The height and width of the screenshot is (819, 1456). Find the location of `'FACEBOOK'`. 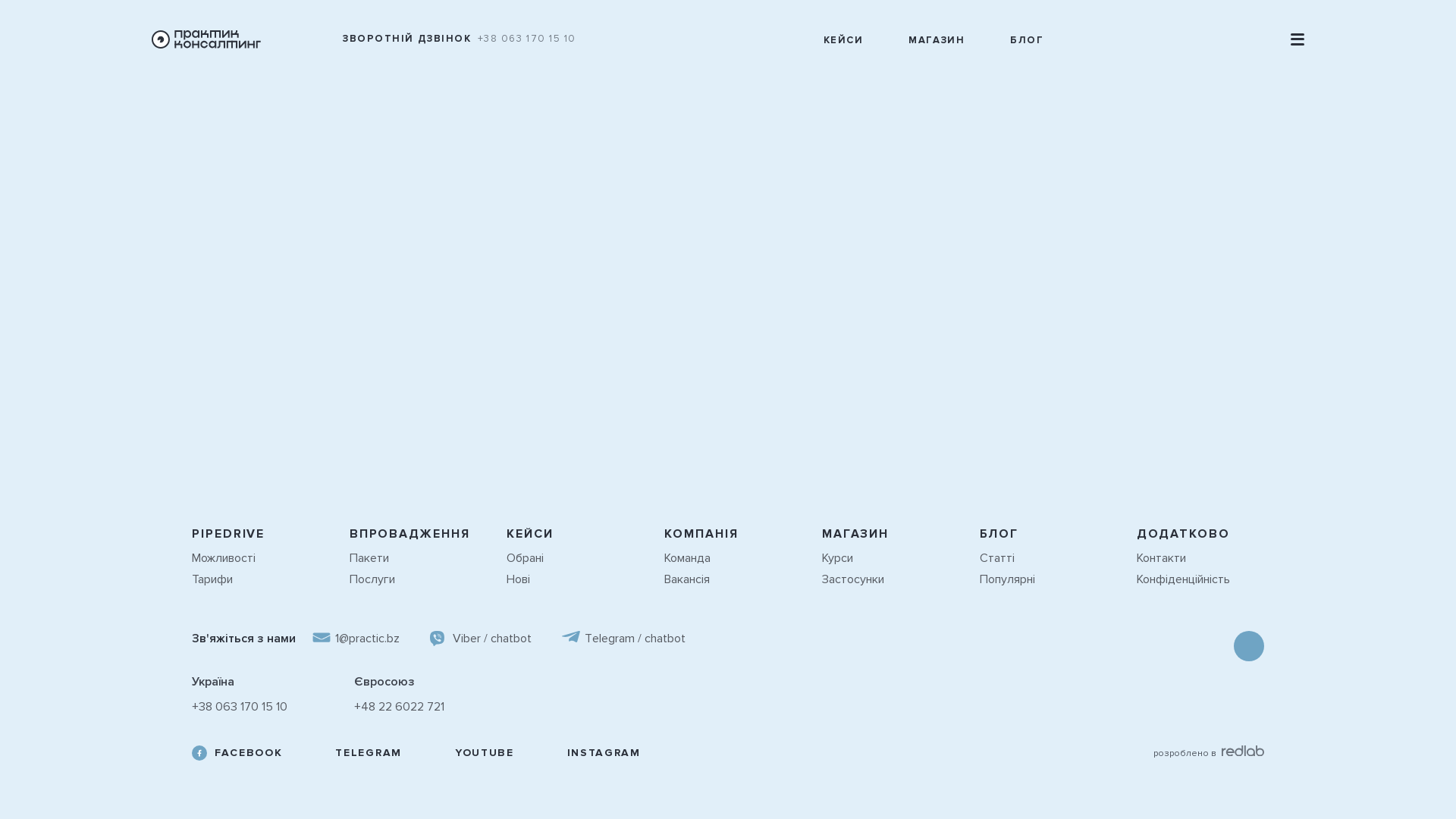

'FACEBOOK' is located at coordinates (236, 752).